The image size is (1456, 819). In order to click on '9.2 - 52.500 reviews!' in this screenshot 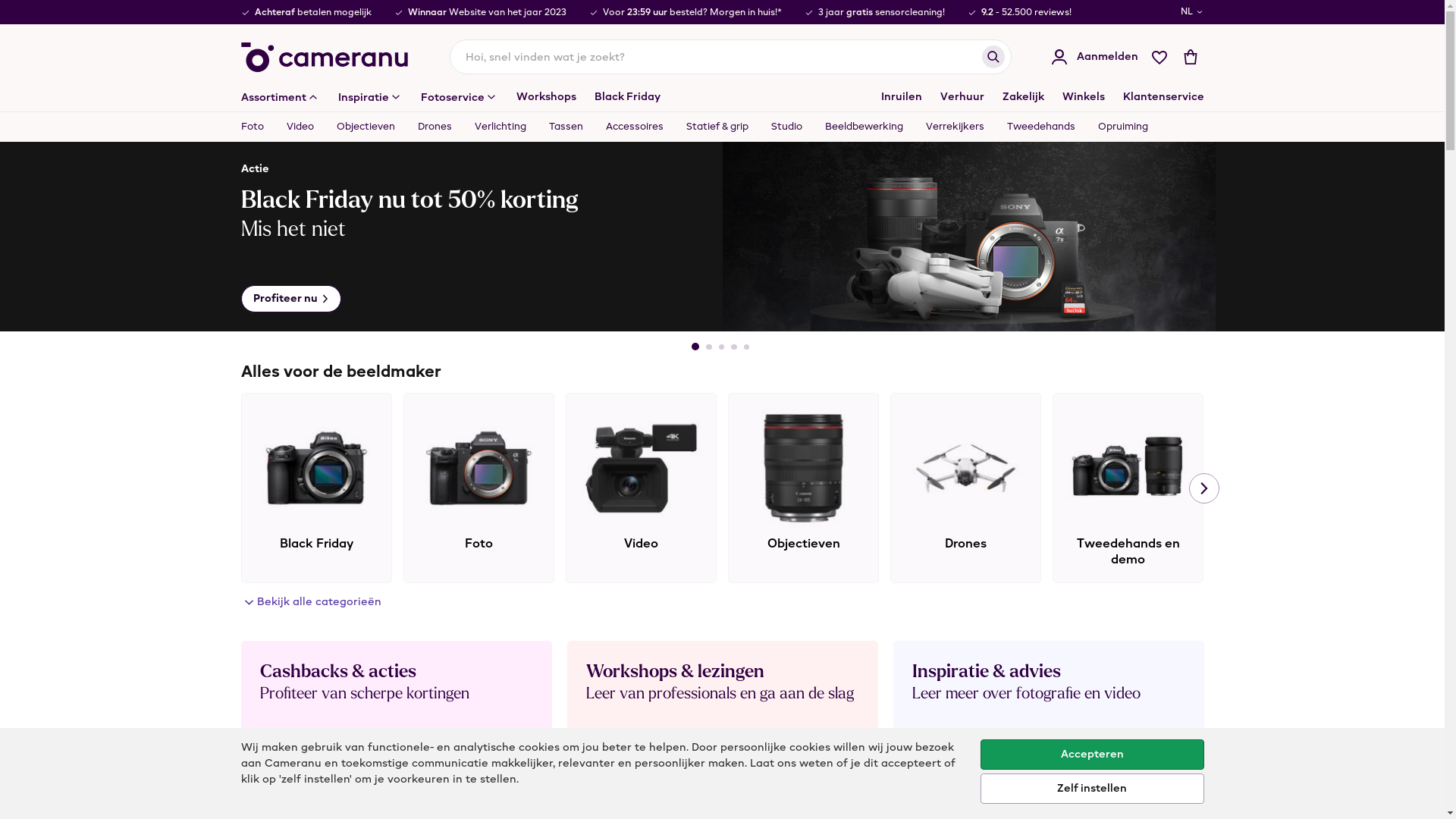, I will do `click(981, 11)`.